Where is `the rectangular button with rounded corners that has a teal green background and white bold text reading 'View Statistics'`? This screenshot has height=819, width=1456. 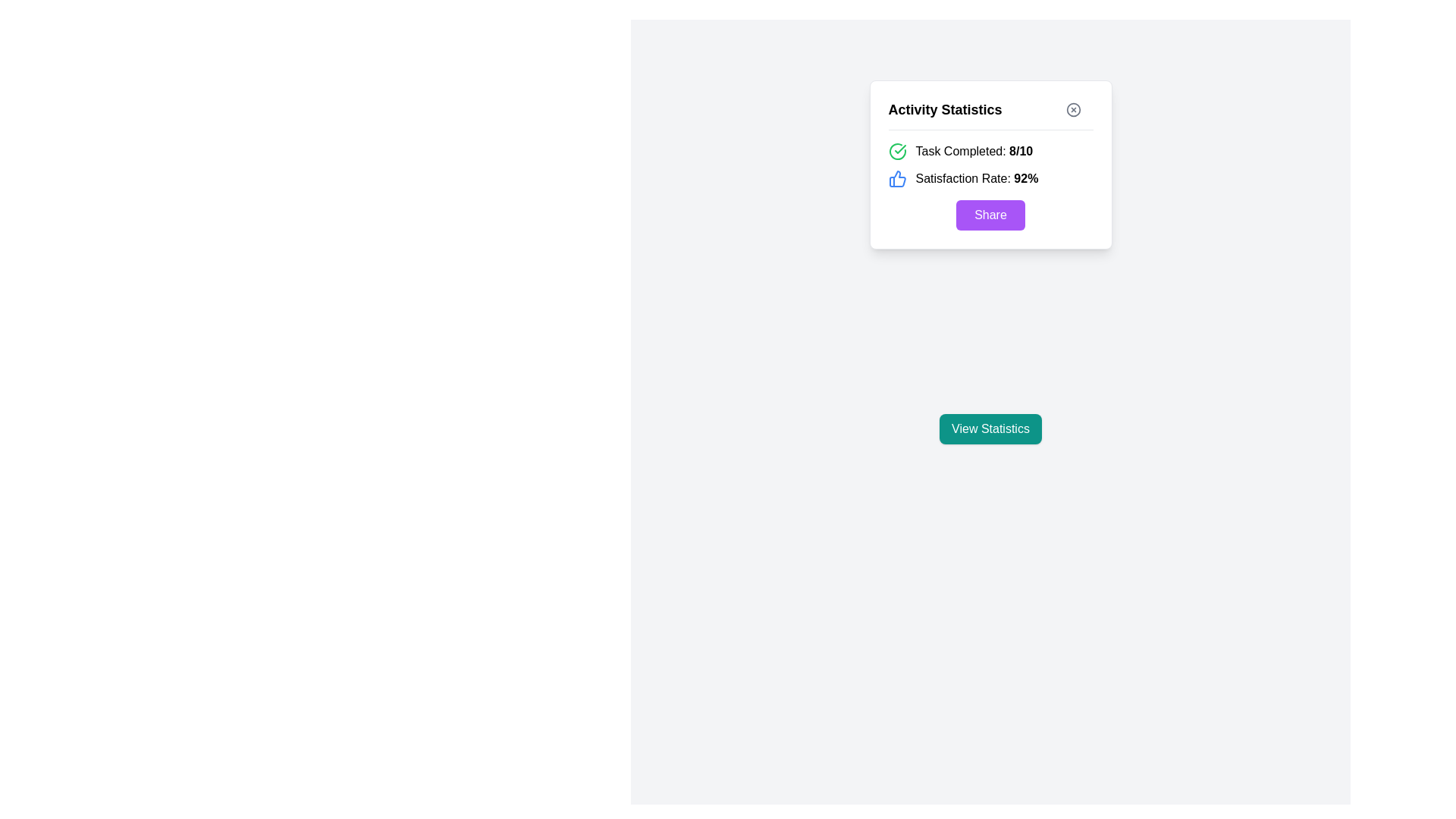
the rectangular button with rounded corners that has a teal green background and white bold text reading 'View Statistics' is located at coordinates (990, 429).